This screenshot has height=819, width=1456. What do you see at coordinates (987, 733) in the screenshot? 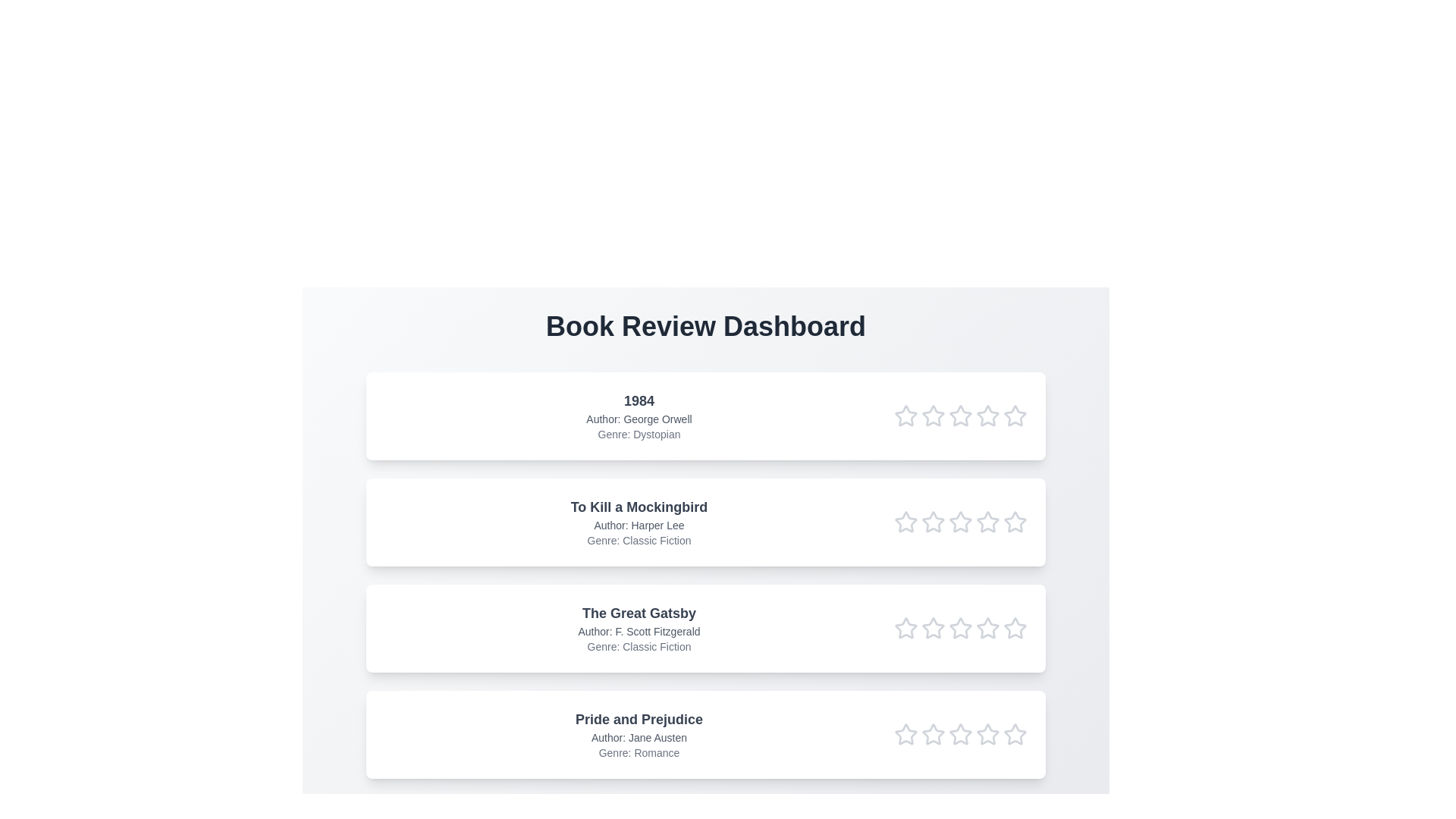
I see `the rating of the book 'Pride and Prejudice' to 4 stars by clicking on the respective star` at bounding box center [987, 733].